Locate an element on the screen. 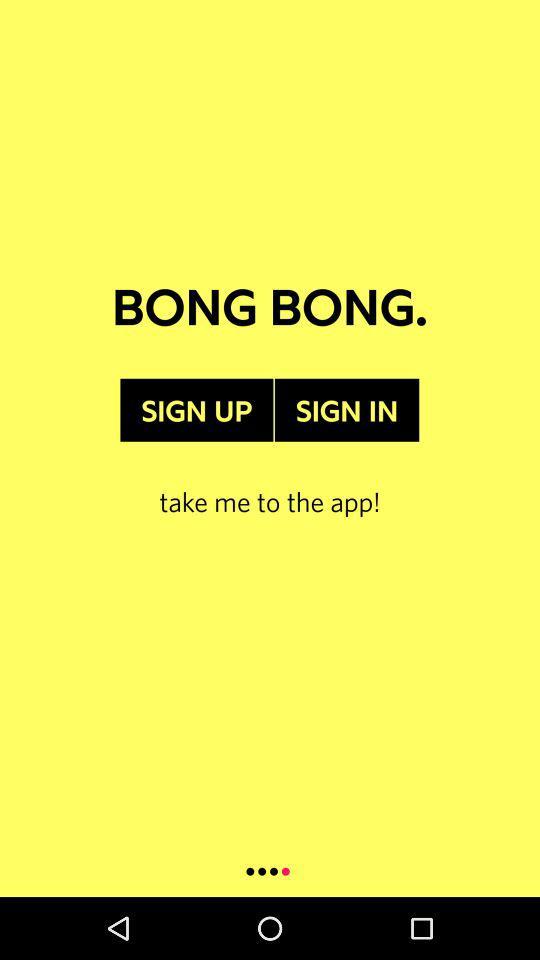 This screenshot has width=540, height=960. item below the bong bong. item is located at coordinates (346, 409).